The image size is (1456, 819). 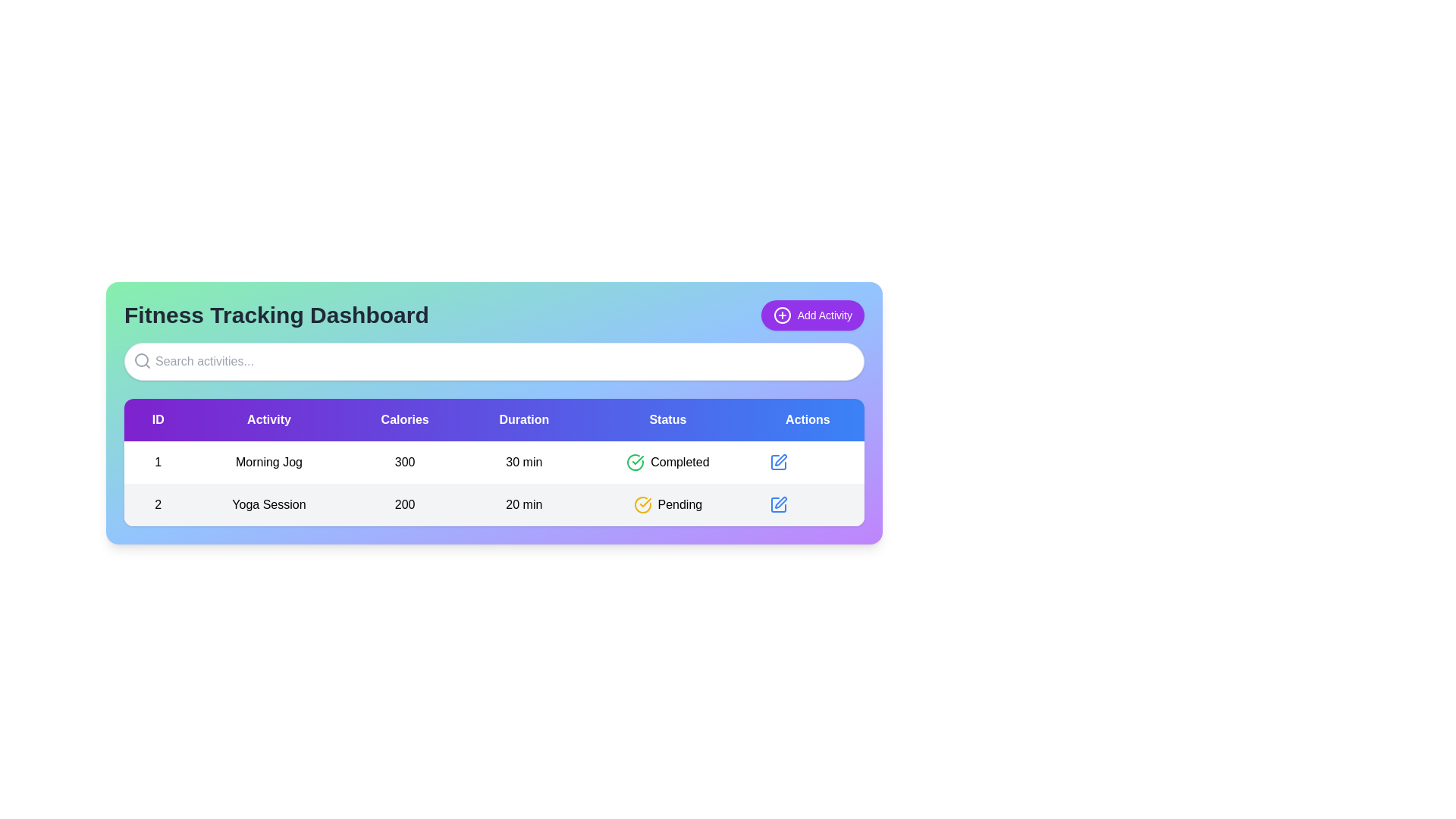 What do you see at coordinates (405, 420) in the screenshot?
I see `the 'Calories' column header text label in the table, which is the third label in a series of six, positioned between 'Activity' and 'Duration'` at bounding box center [405, 420].